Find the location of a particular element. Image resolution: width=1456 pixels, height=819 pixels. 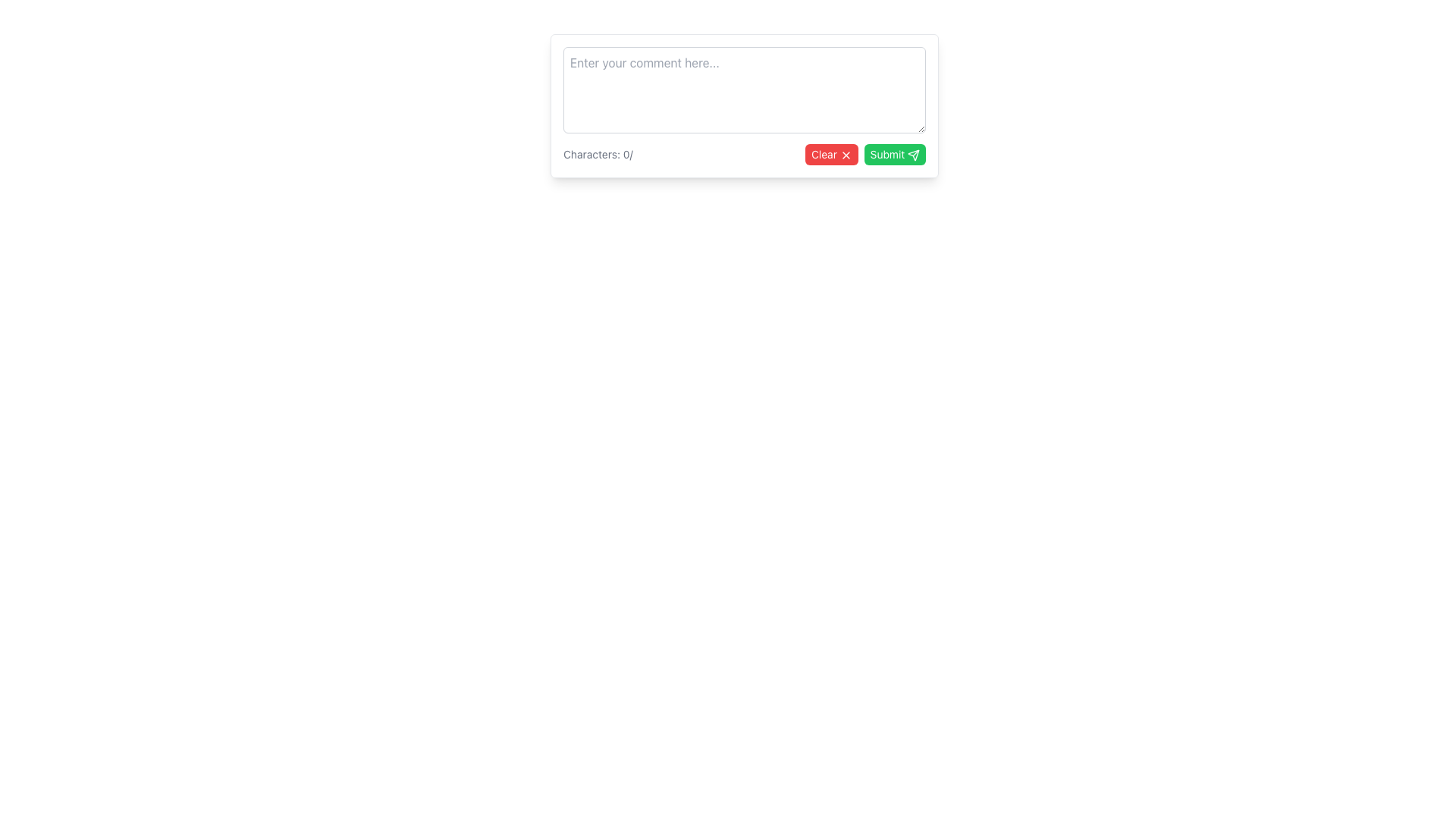

the comment input box located in the upper-middle section of the interface for interaction details is located at coordinates (745, 105).